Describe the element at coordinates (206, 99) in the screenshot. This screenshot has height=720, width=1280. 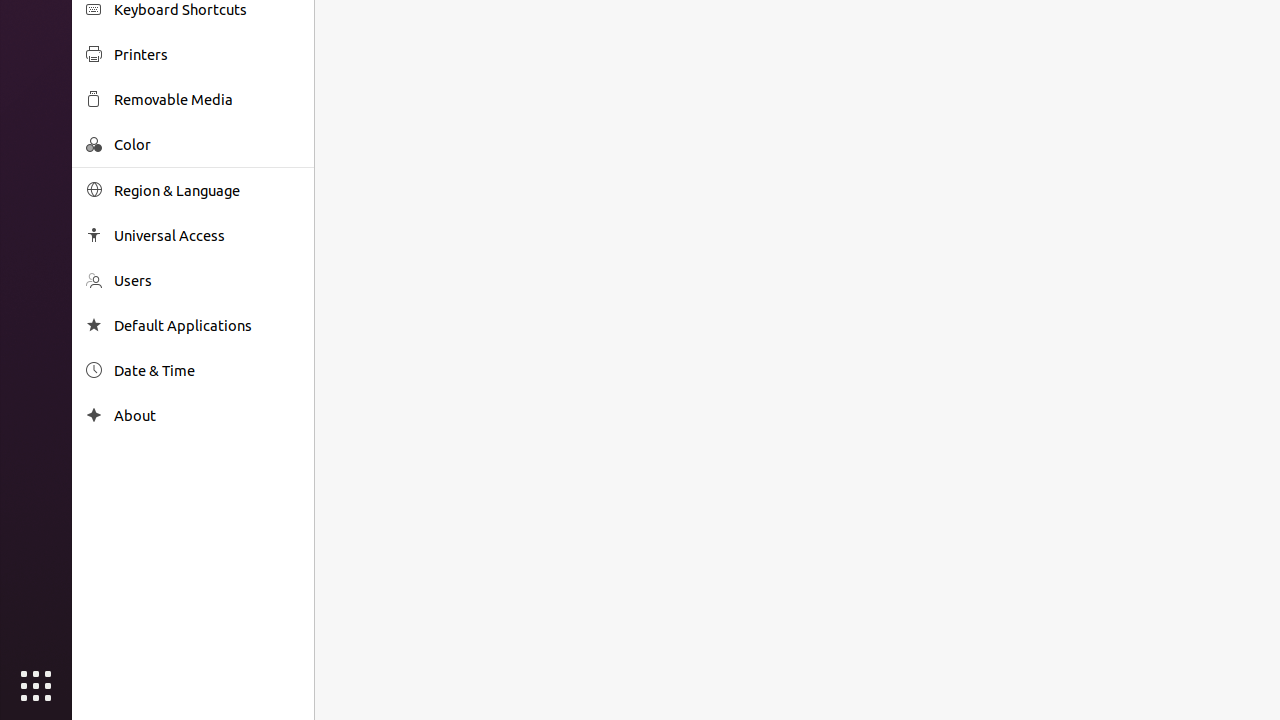
I see `'Removable Media'` at that location.